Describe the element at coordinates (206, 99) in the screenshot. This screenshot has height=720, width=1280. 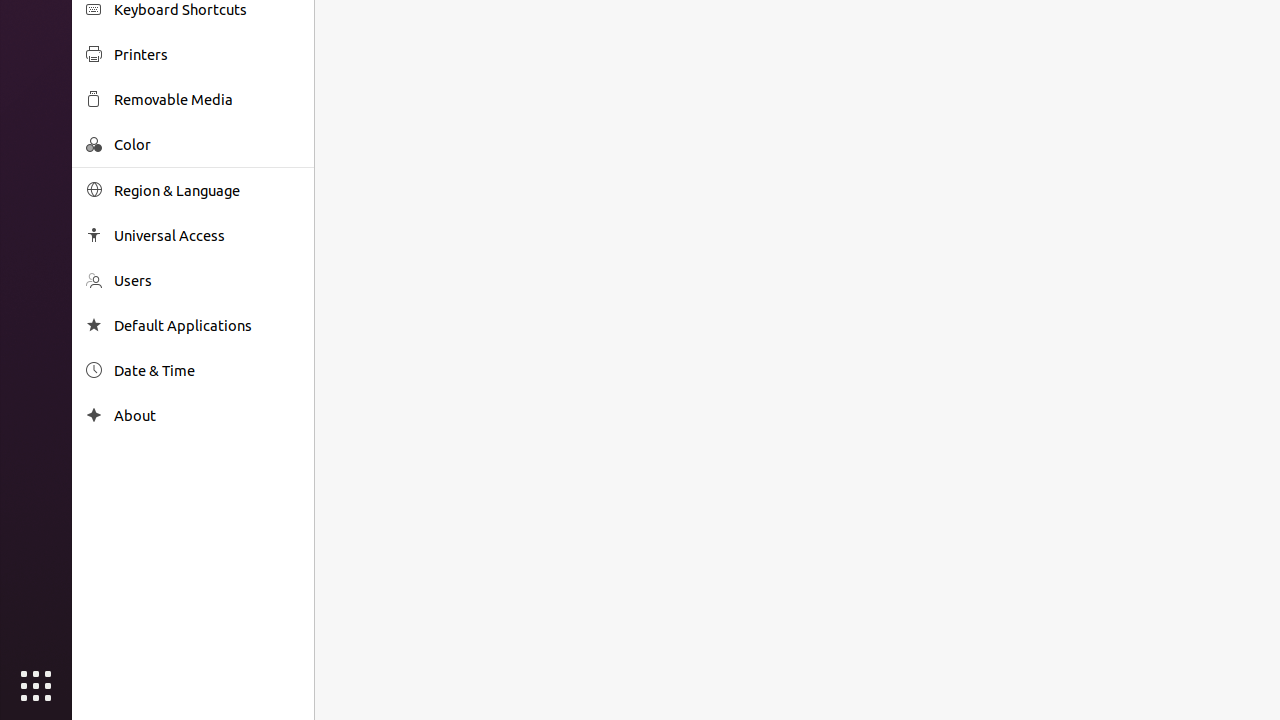
I see `'Removable Media'` at that location.